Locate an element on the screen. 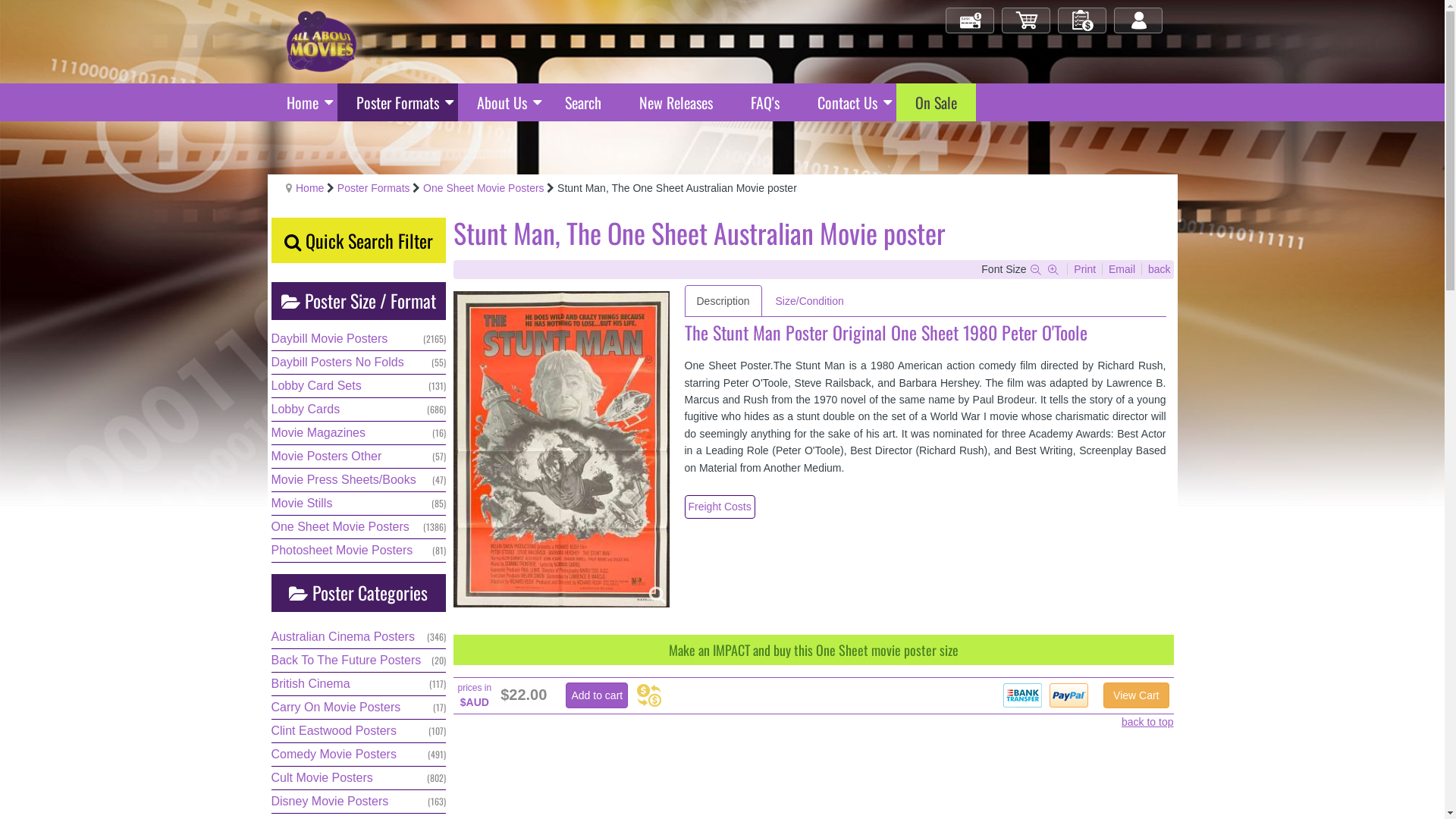 The width and height of the screenshot is (1456, 819). 'Size/Condition' is located at coordinates (809, 301).